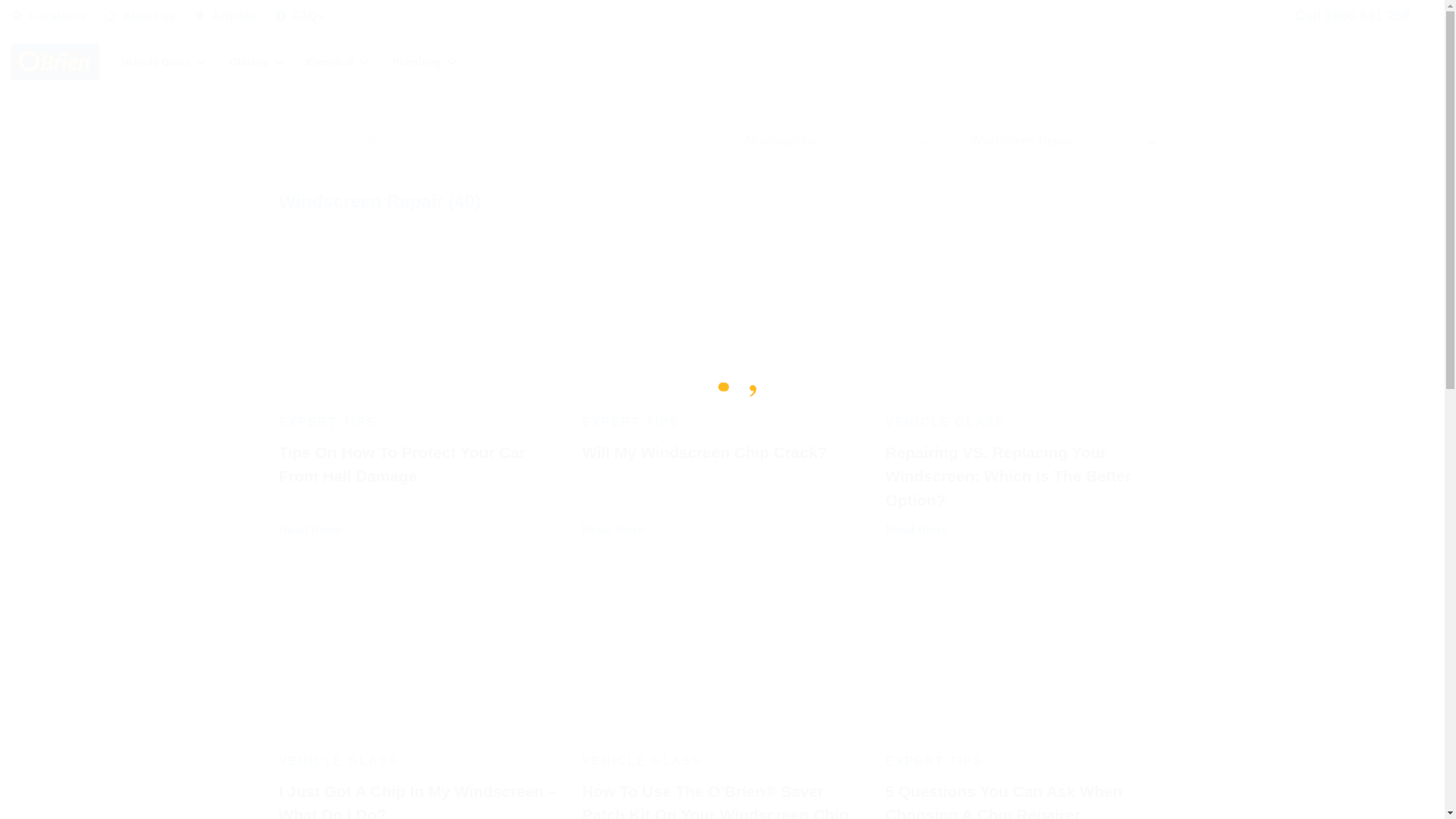 This screenshot has height=819, width=1456. Describe the element at coordinates (1349, 15) in the screenshot. I see `'Call 1800 841 259'` at that location.